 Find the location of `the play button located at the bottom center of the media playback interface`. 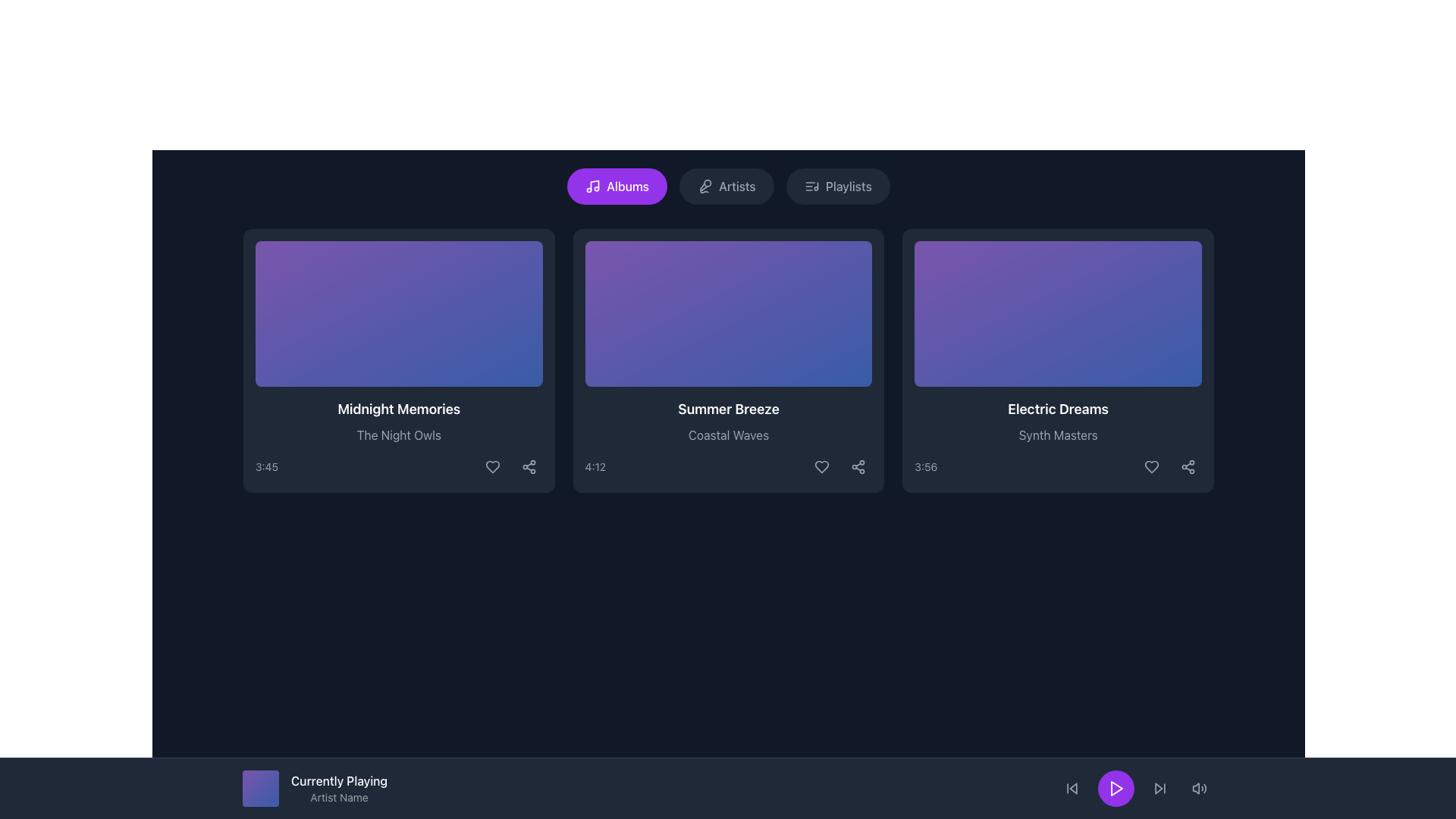

the play button located at the bottom center of the media playback interface is located at coordinates (1117, 788).